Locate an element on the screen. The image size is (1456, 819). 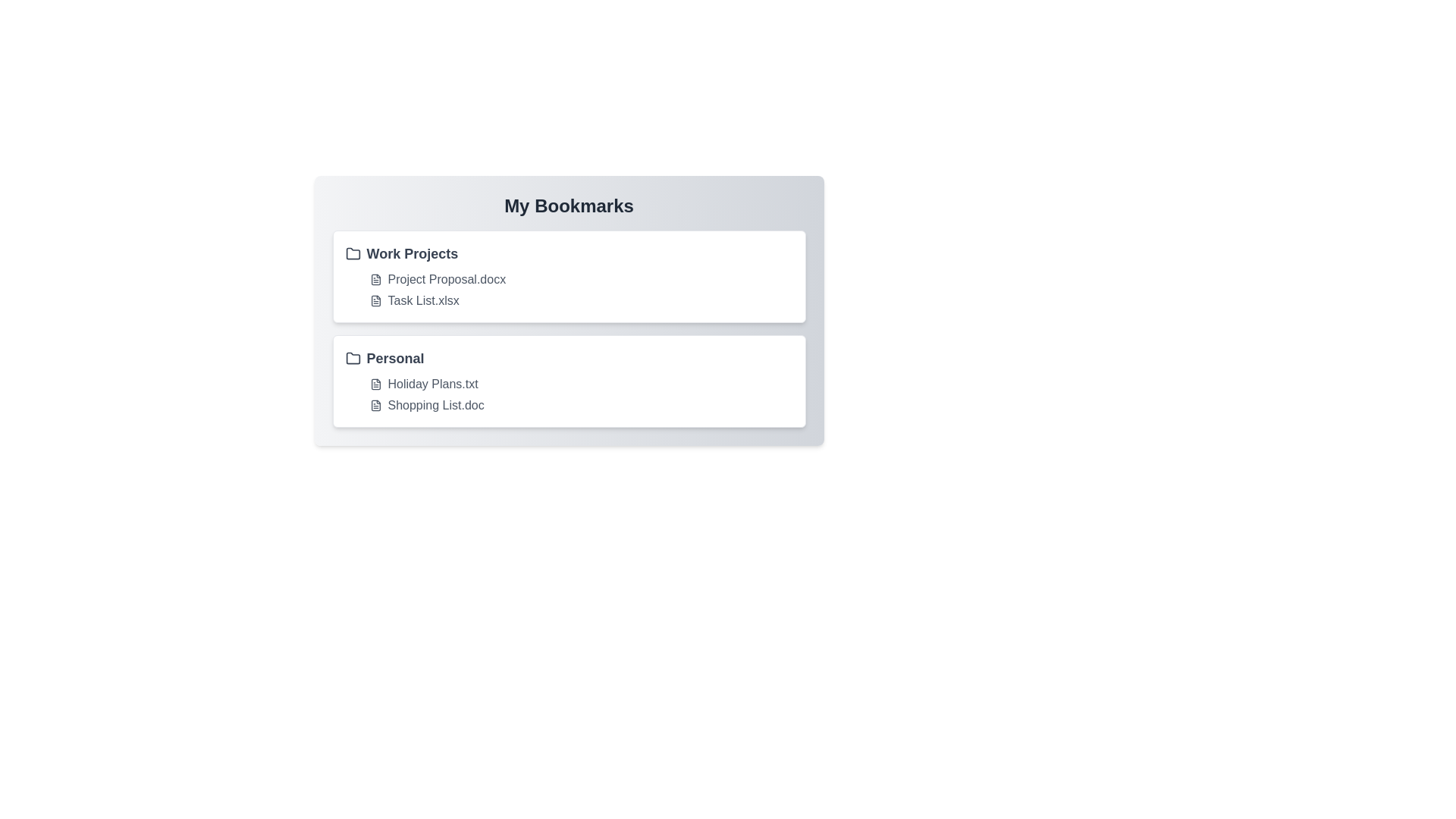
on the text label for the file named 'Holiday Plans.txt' located in the 'Personal' section is located at coordinates (432, 383).